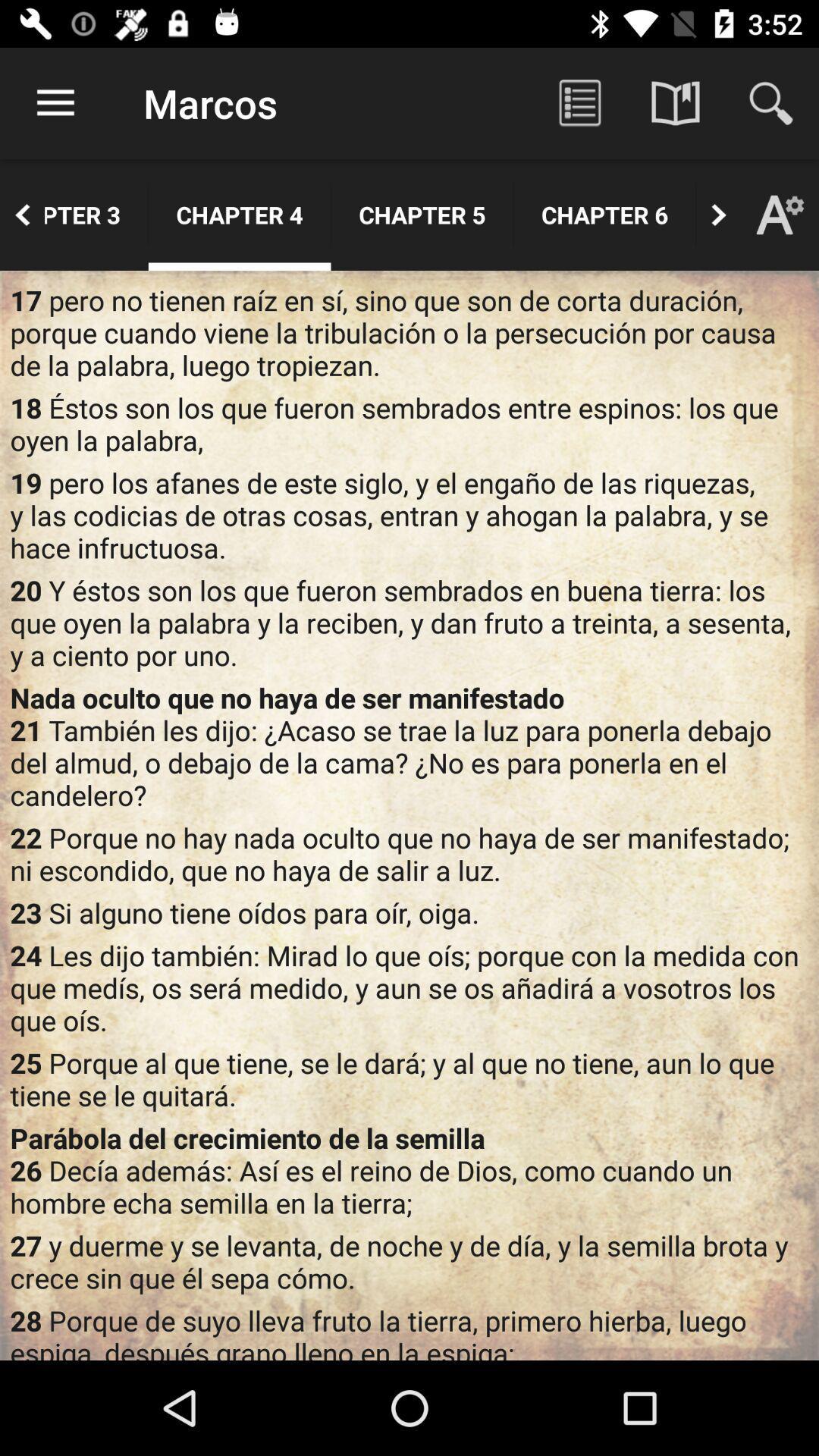 Image resolution: width=819 pixels, height=1456 pixels. What do you see at coordinates (579, 102) in the screenshot?
I see `the app above the chapter 6 item` at bounding box center [579, 102].